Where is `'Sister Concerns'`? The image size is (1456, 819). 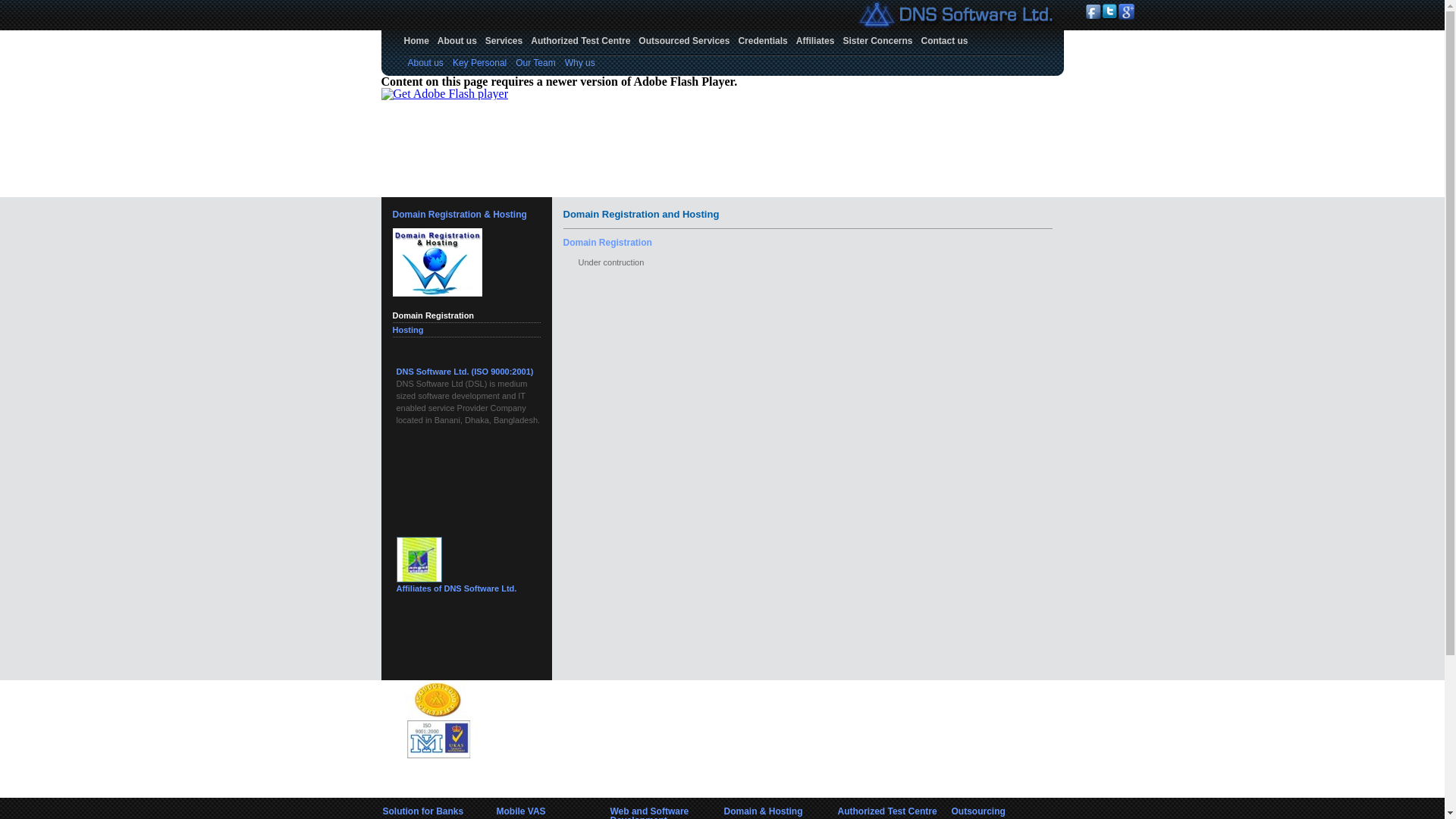 'Sister Concerns' is located at coordinates (837, 40).